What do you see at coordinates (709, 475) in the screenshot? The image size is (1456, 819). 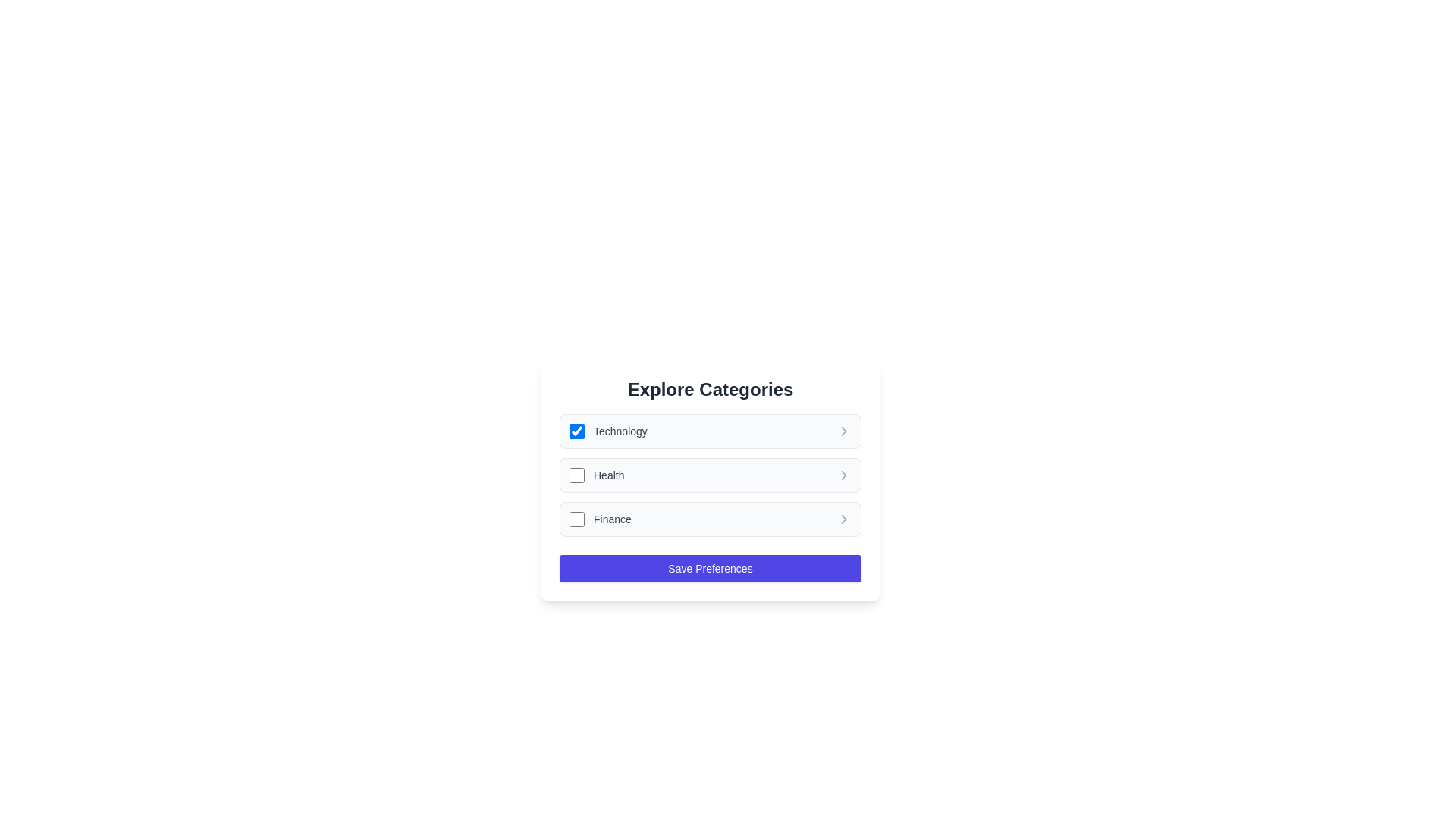 I see `the list item Health to observe its hover effect` at bounding box center [709, 475].